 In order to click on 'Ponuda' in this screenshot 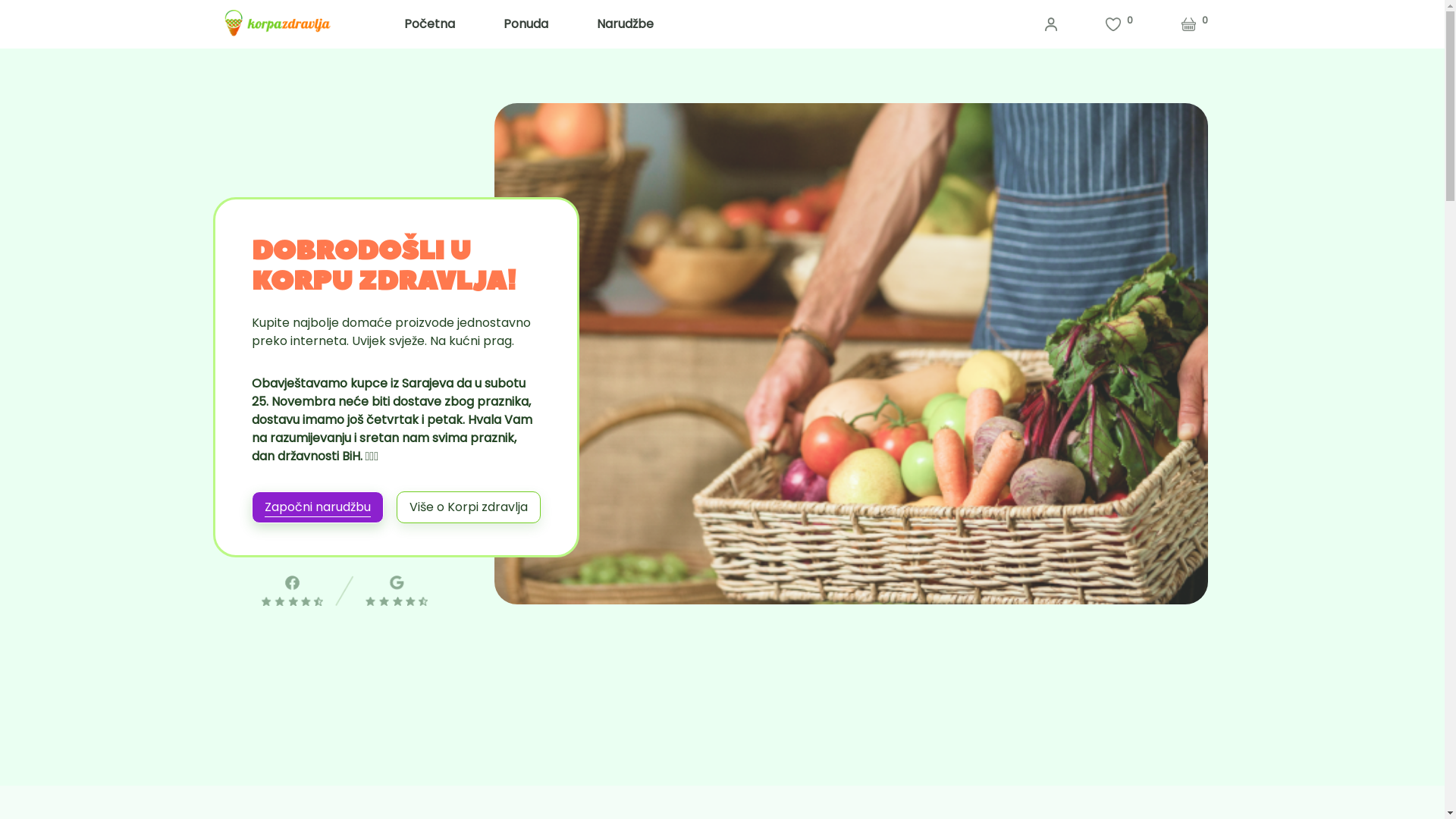, I will do `click(526, 24)`.